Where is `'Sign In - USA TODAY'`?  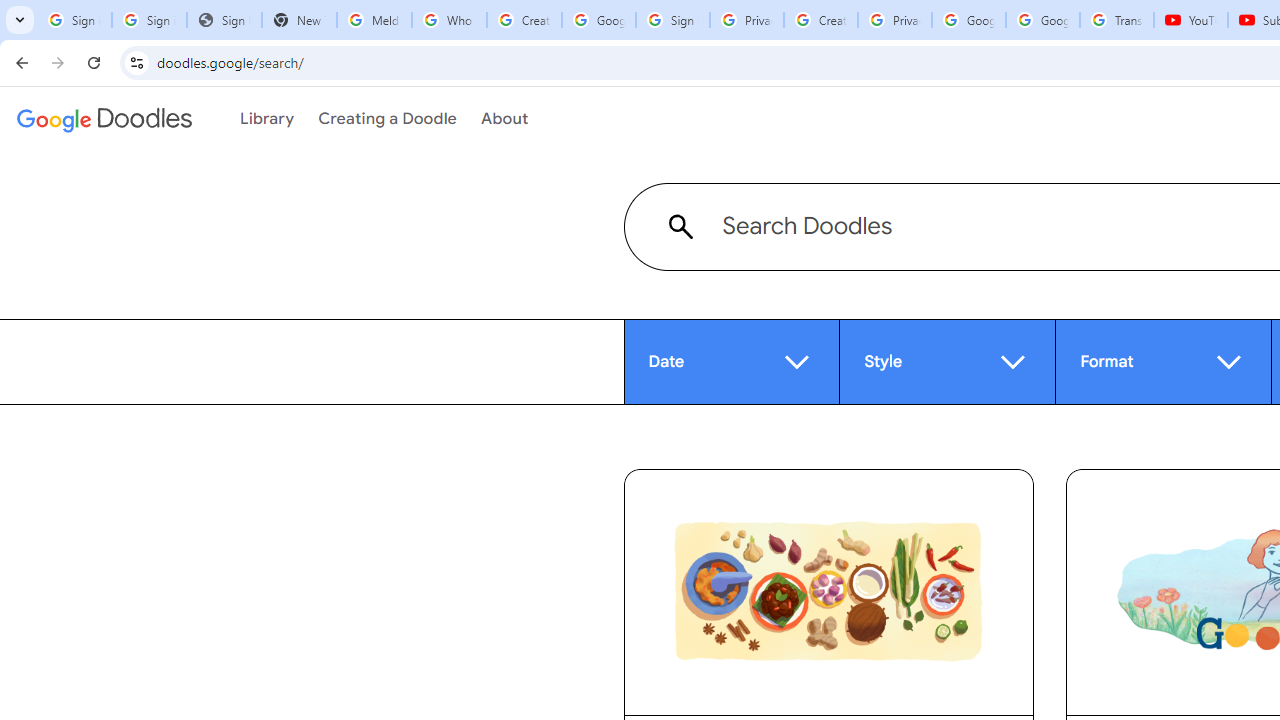 'Sign In - USA TODAY' is located at coordinates (224, 20).